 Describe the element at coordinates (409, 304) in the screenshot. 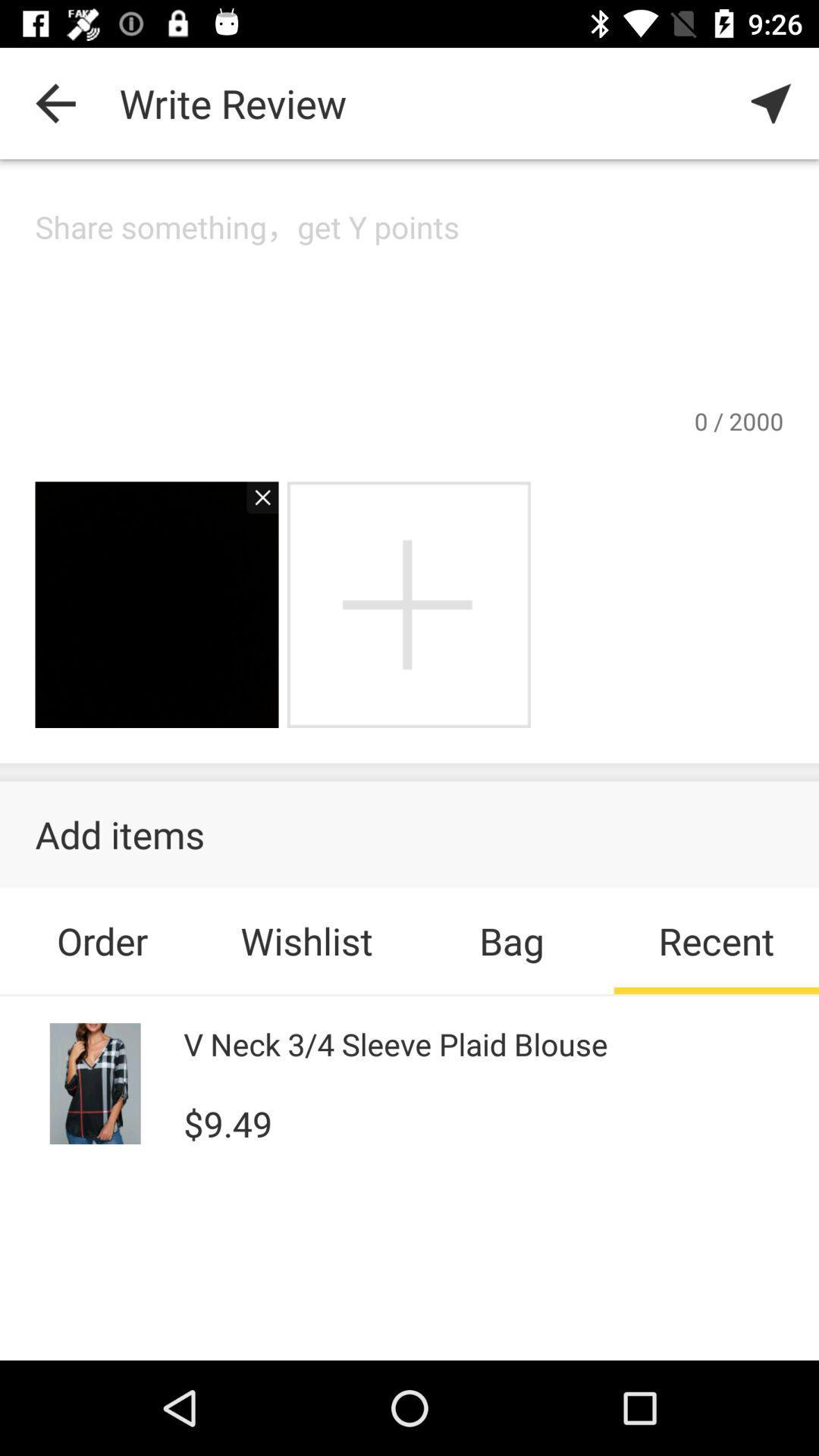

I see `write review content` at that location.